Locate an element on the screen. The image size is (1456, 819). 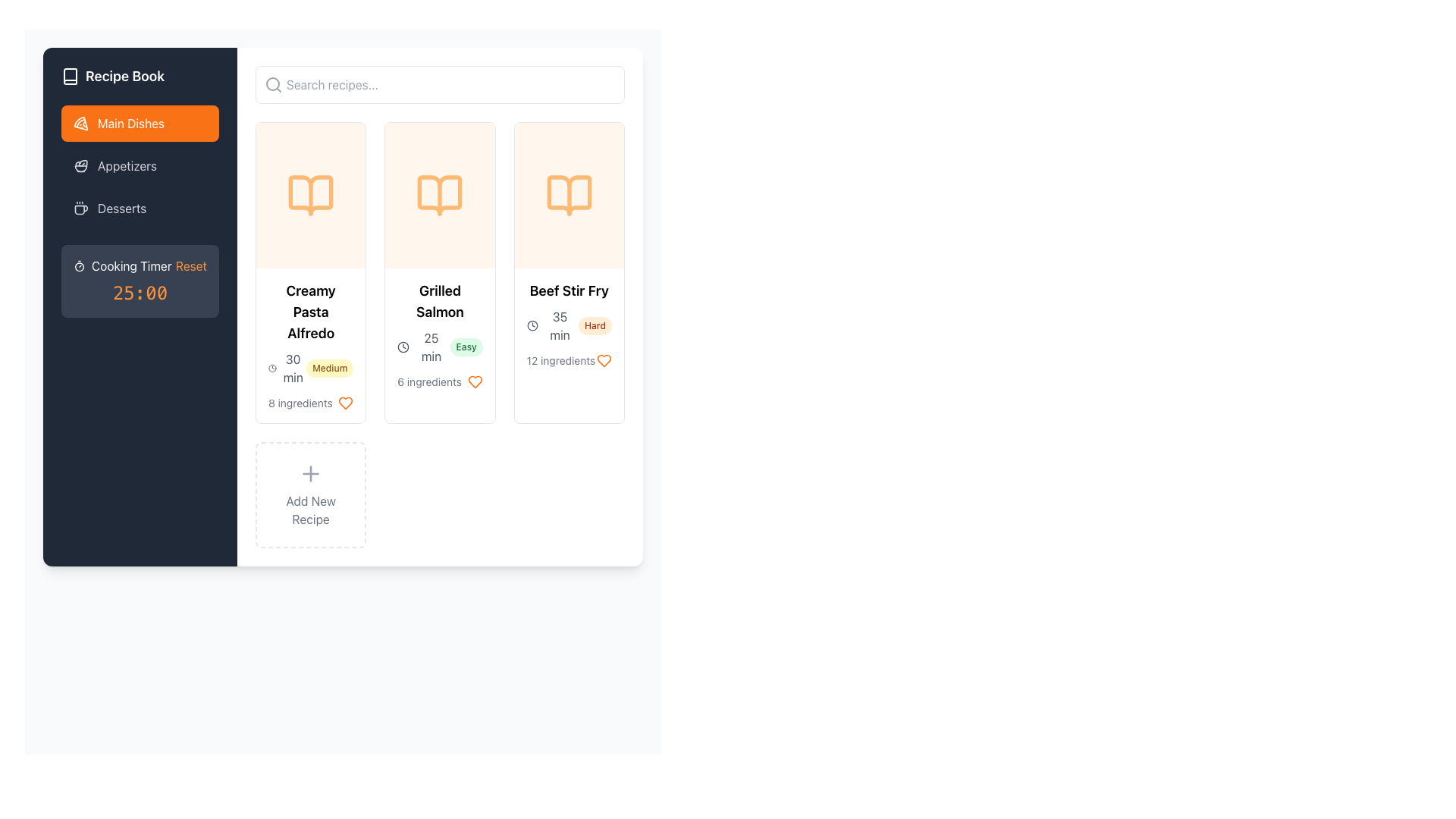
the 'Appetizers' menu item in the vertical navigation menu is located at coordinates (140, 166).